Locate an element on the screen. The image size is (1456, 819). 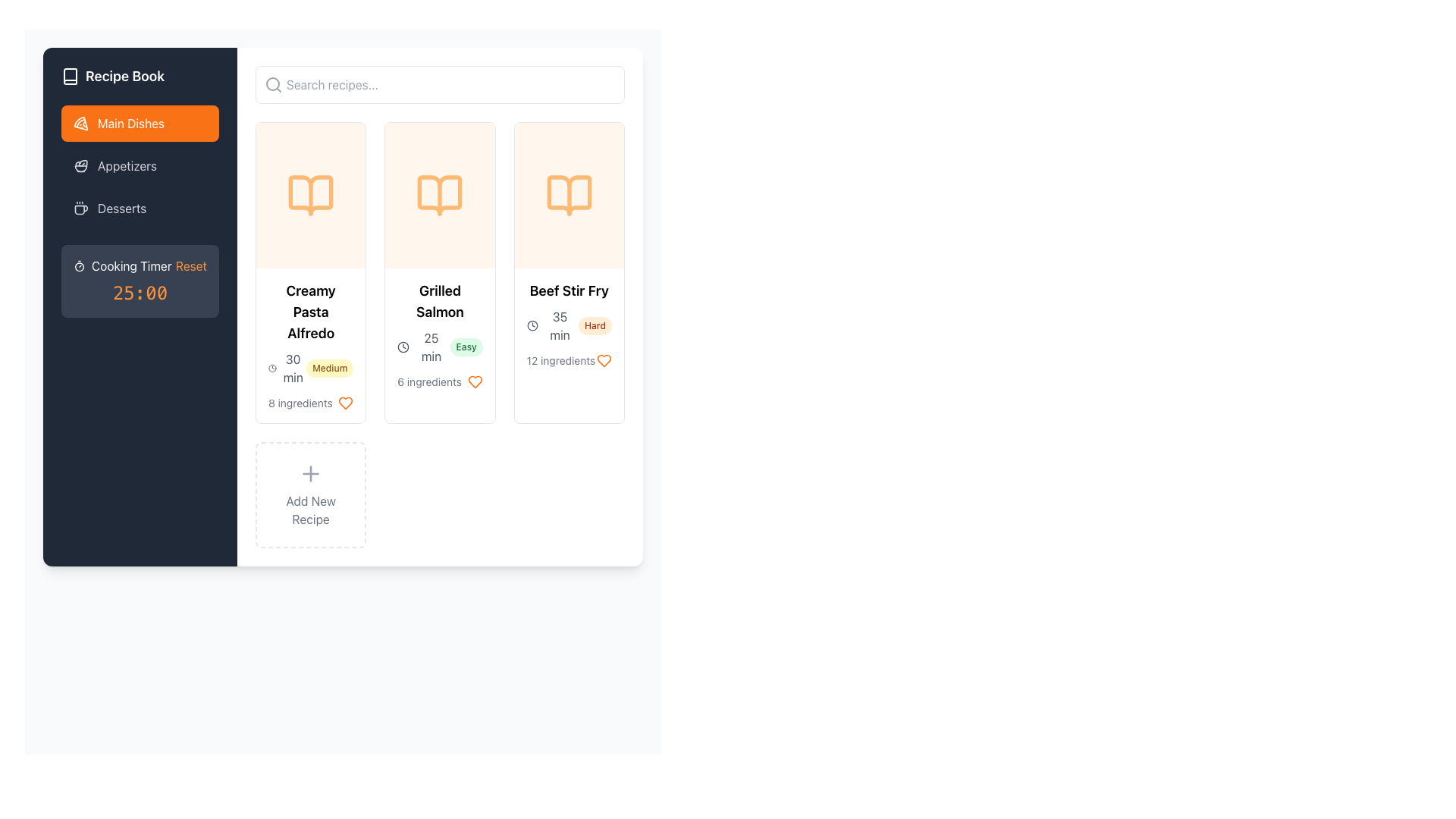
the 'Appetizers' menu item in the vertical navigation menu is located at coordinates (140, 166).